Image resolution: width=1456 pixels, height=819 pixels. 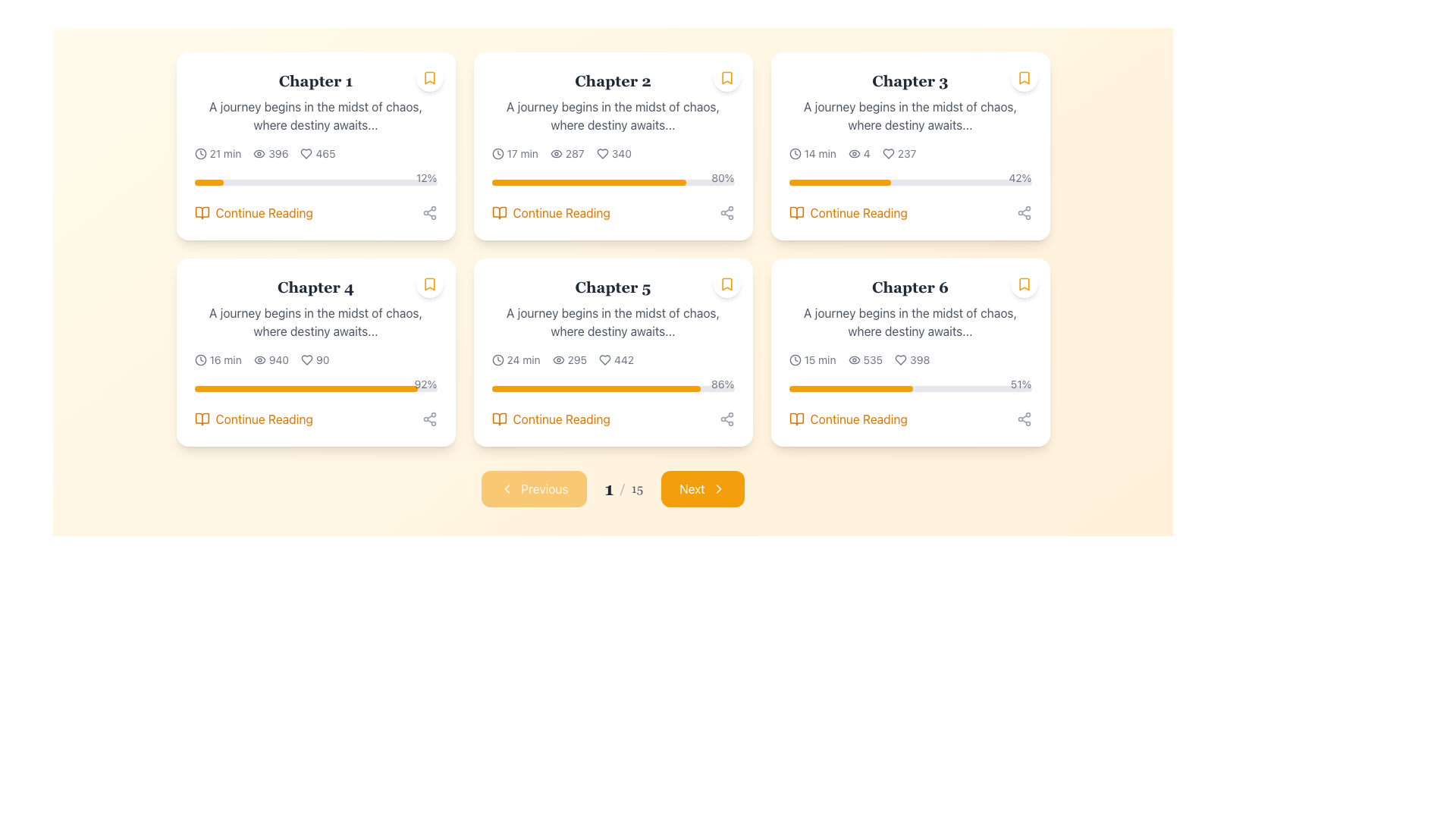 I want to click on the bookmarking icon button located in the top right corner of the 'Chapter 4' card, so click(x=428, y=284).